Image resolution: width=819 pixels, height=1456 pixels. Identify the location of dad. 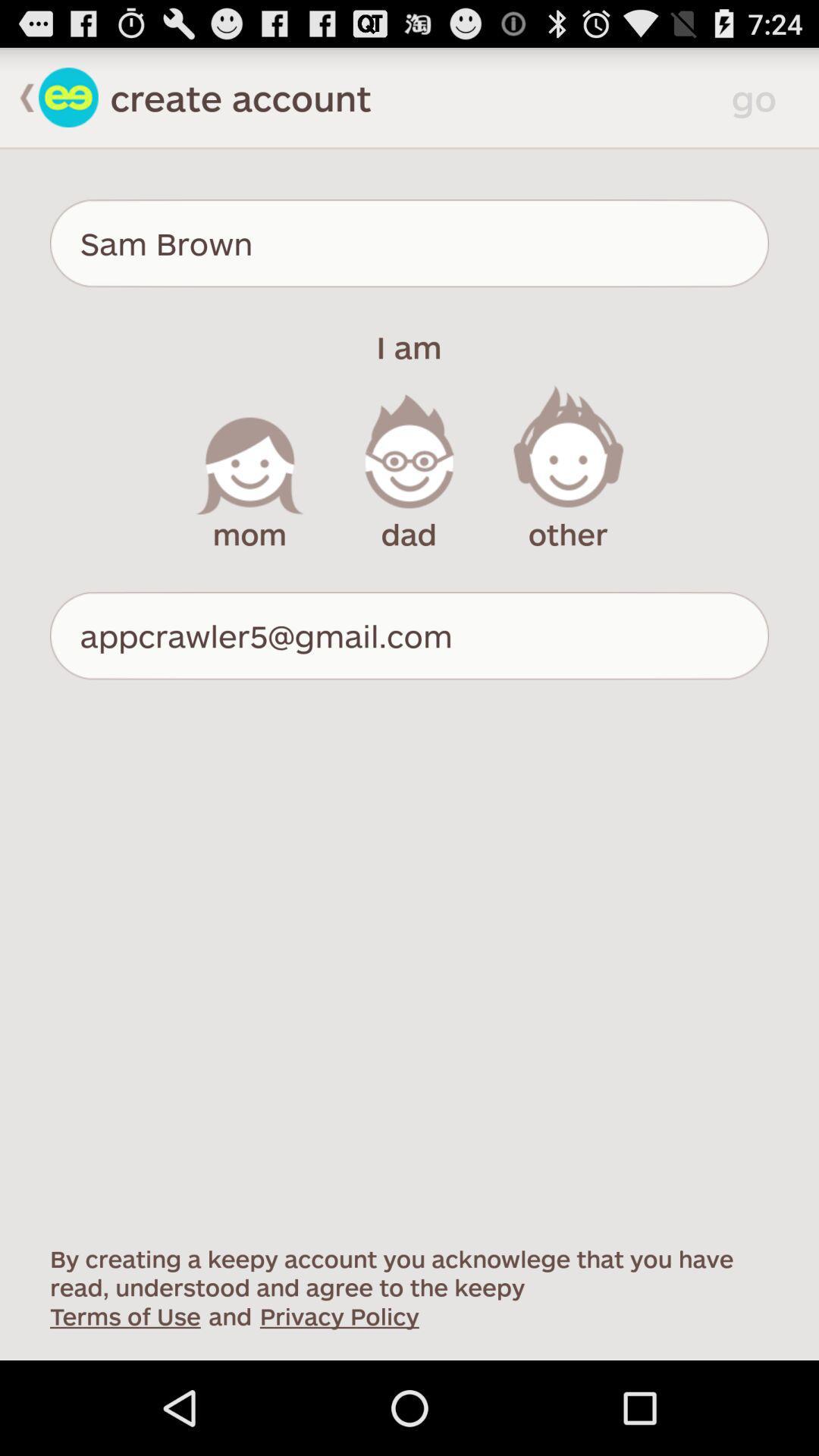
(409, 468).